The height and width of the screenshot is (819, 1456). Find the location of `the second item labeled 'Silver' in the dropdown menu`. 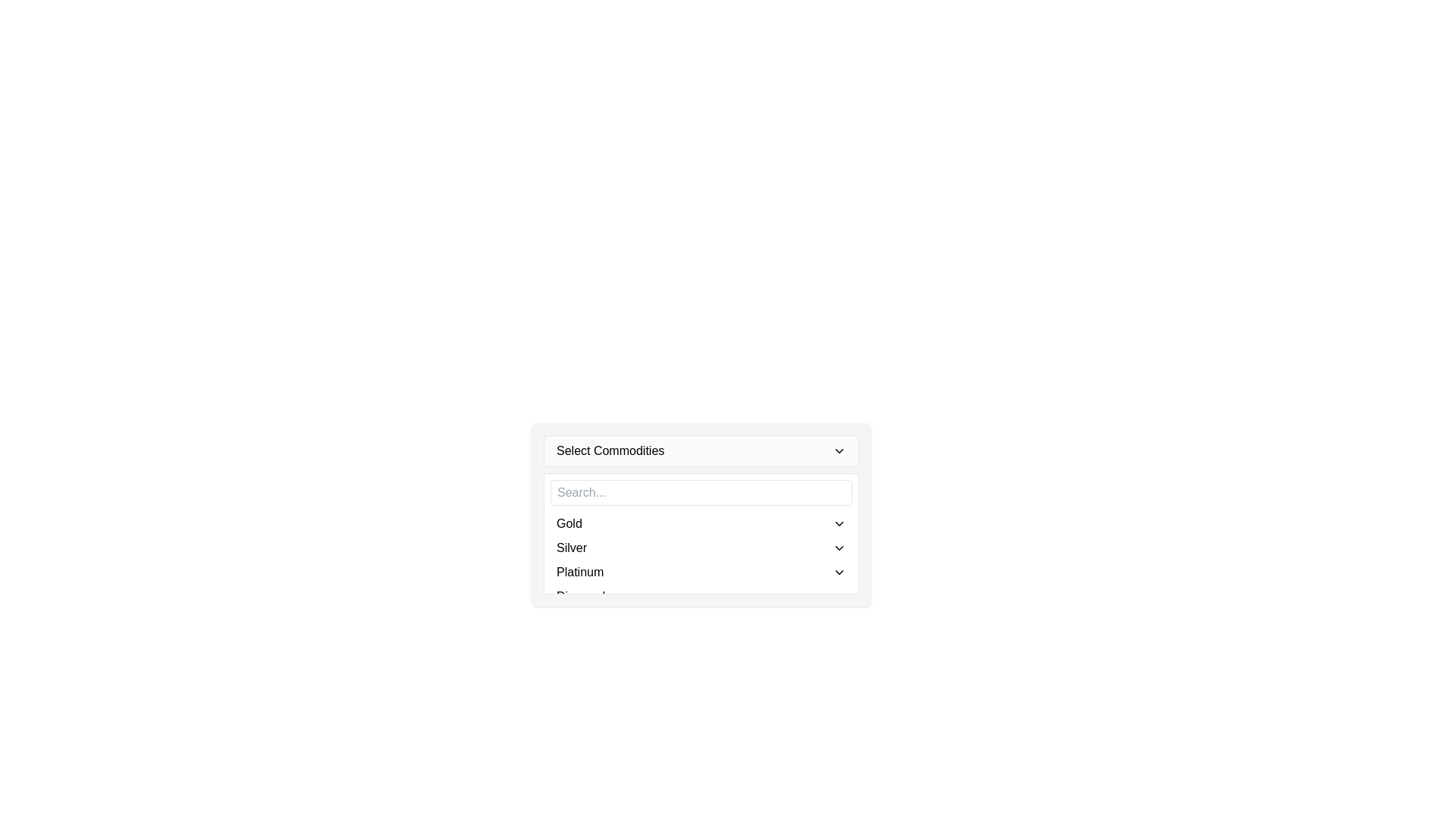

the second item labeled 'Silver' in the dropdown menu is located at coordinates (701, 548).